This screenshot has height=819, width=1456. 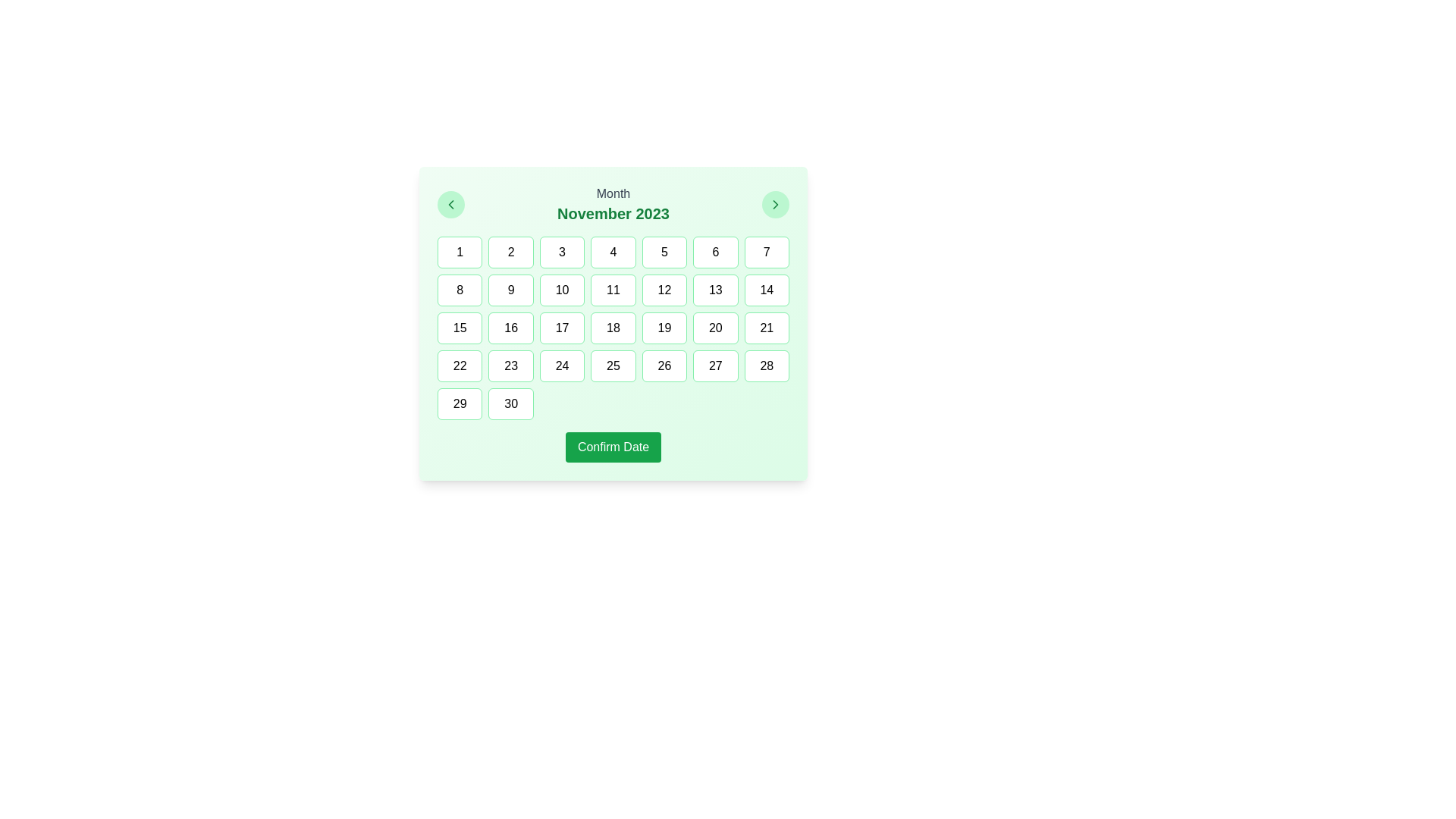 I want to click on the left-pointing chevron icon with a green stroke, indicating 'previous' functionality, located in the top-left corner of the calendar interface, so click(x=450, y=205).